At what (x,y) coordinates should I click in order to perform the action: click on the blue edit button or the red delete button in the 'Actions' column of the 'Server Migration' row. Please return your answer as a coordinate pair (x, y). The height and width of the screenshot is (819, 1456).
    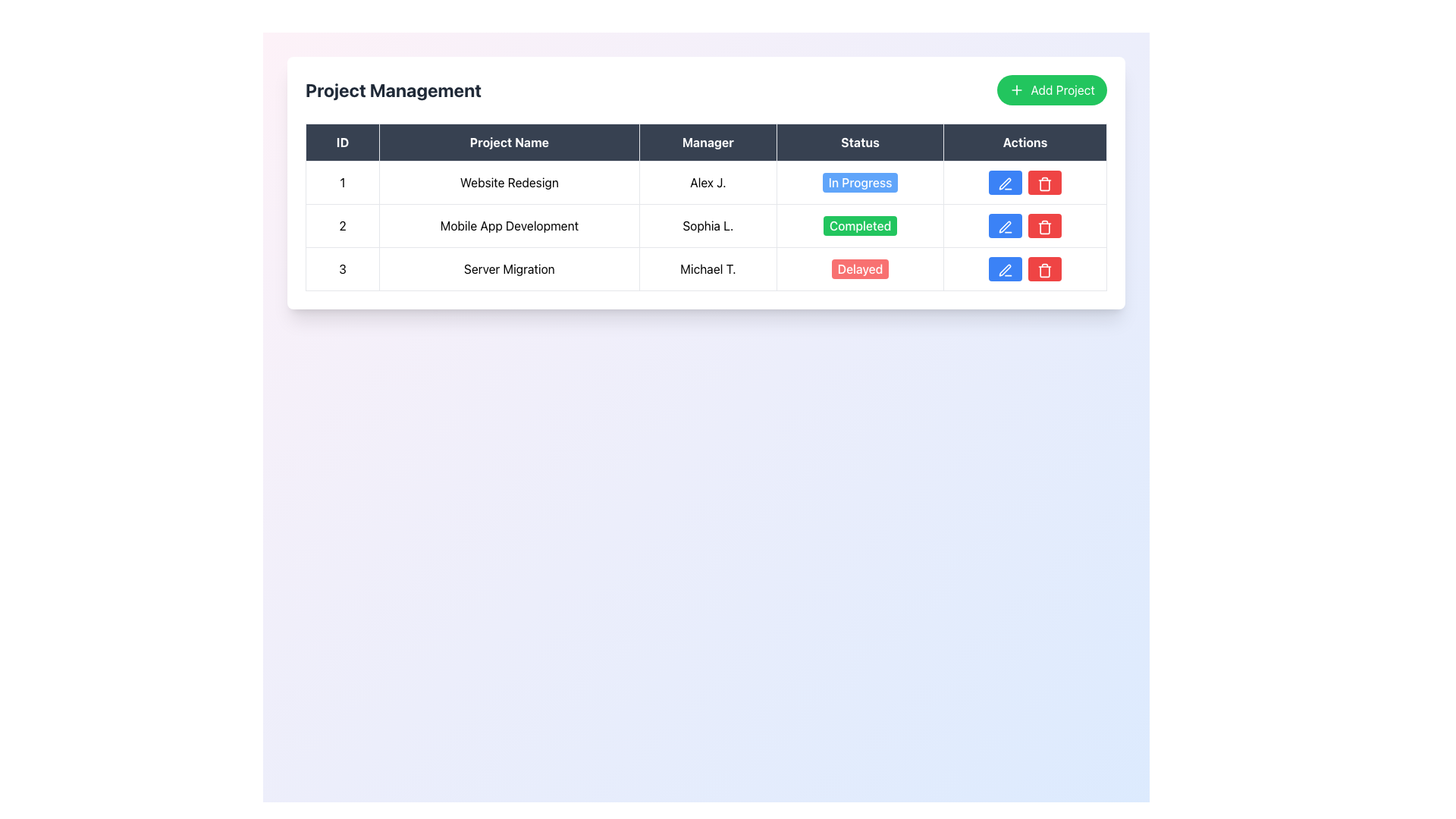
    Looking at the image, I should click on (1025, 268).